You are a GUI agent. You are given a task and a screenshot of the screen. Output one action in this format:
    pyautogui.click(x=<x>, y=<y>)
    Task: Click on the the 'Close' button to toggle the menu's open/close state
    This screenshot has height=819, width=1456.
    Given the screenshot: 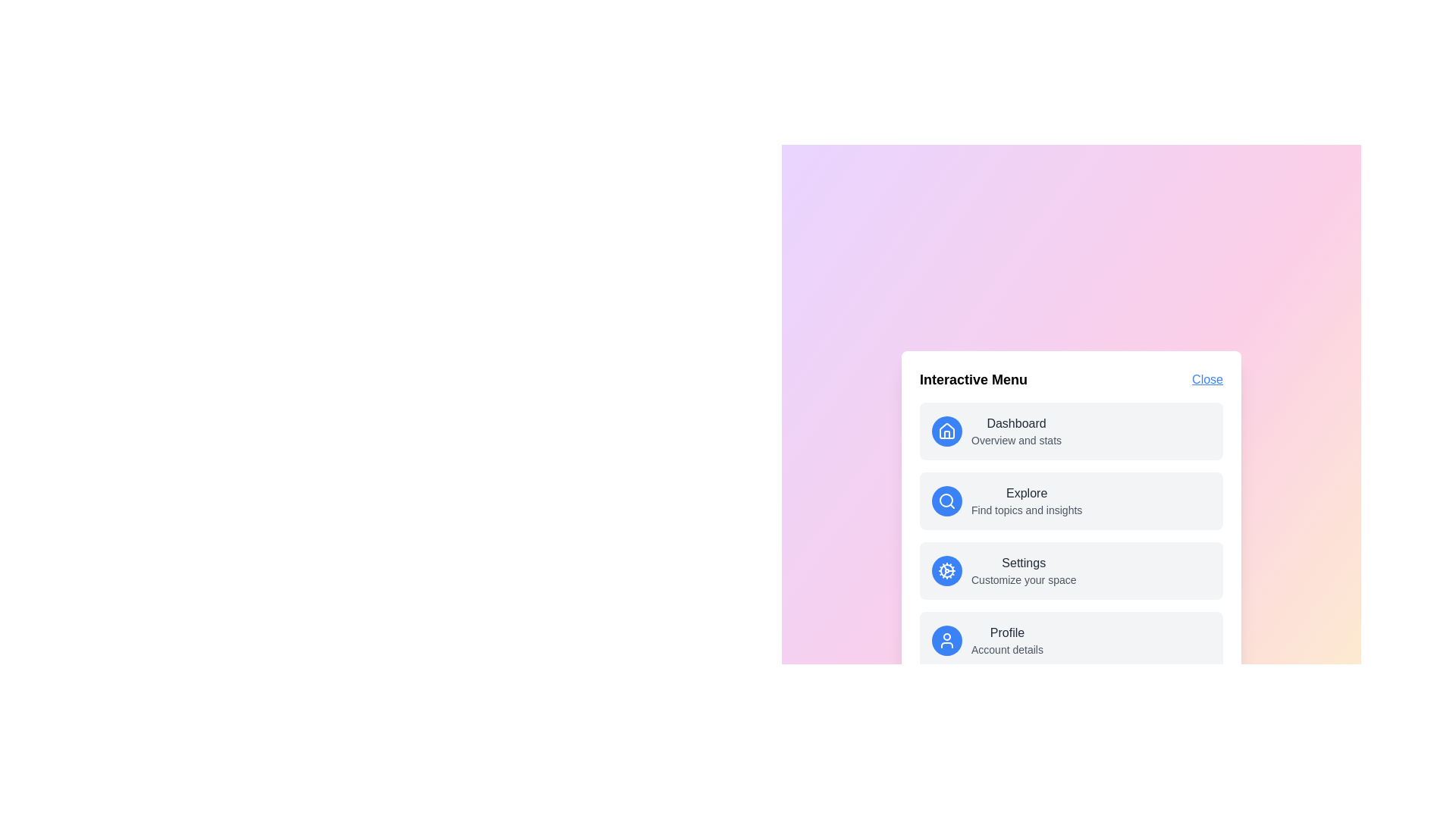 What is the action you would take?
    pyautogui.click(x=1207, y=379)
    